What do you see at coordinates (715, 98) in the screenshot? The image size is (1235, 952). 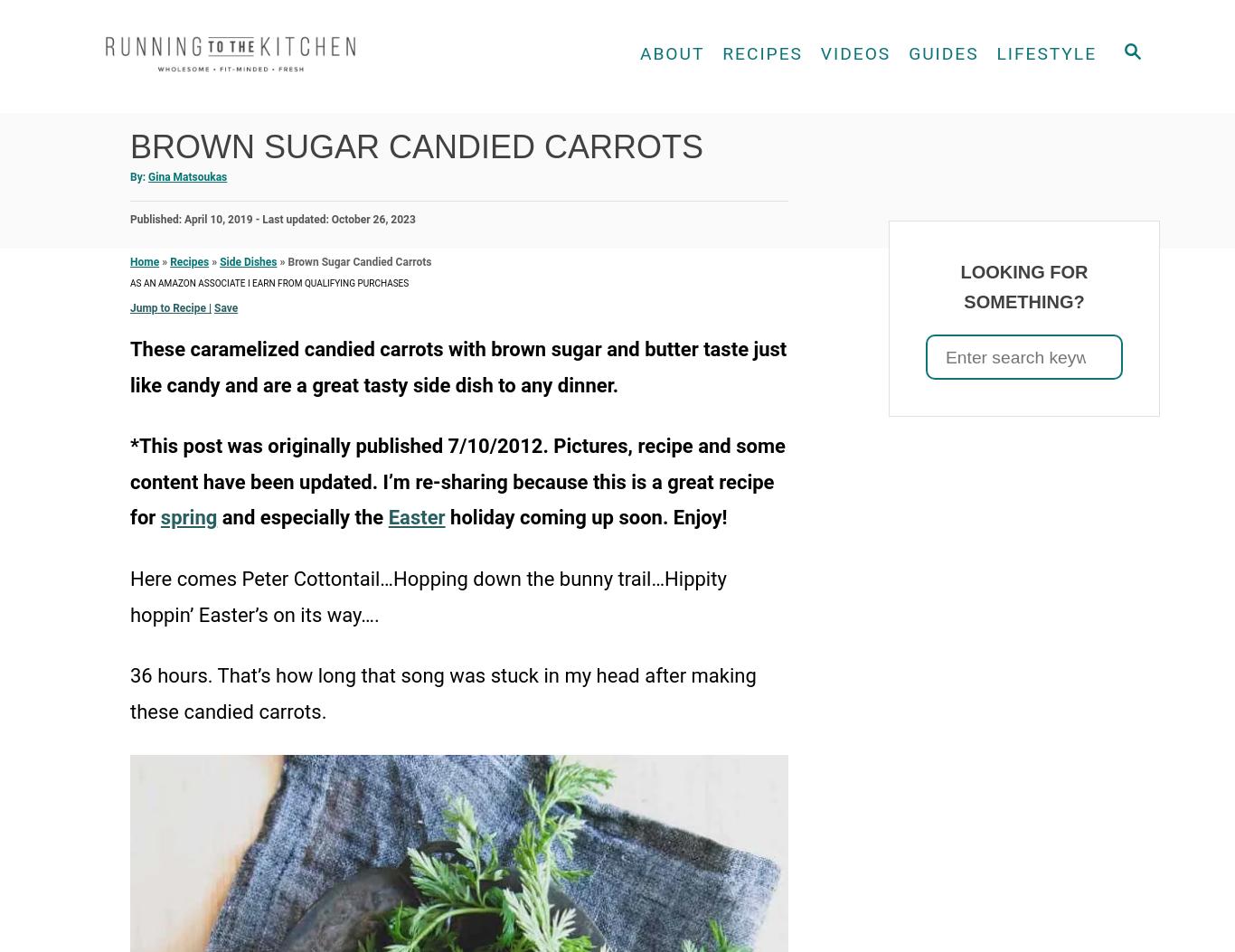 I see `'By Course'` at bounding box center [715, 98].